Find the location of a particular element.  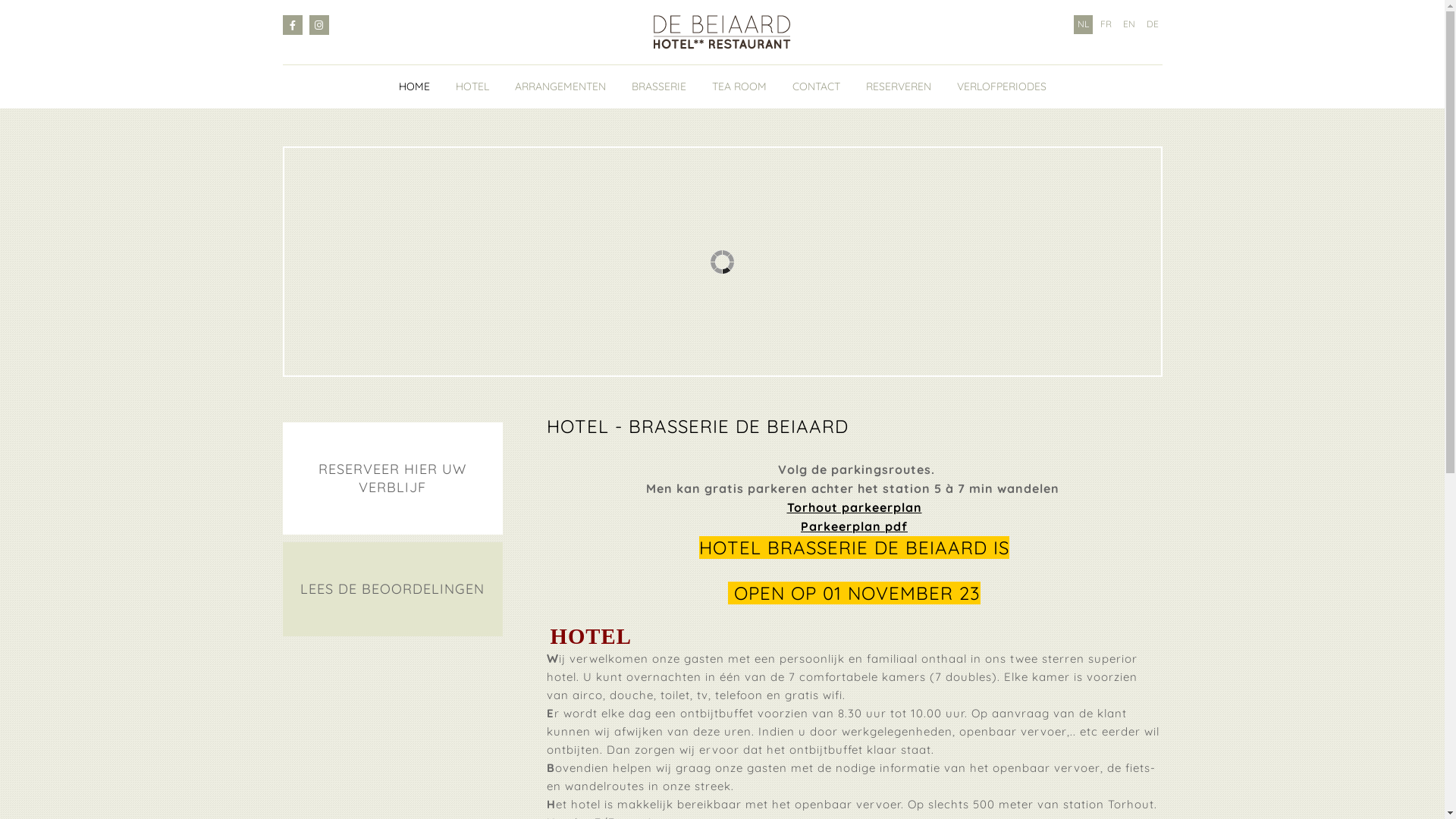

'VERLOFPERIODES' is located at coordinates (1001, 86).